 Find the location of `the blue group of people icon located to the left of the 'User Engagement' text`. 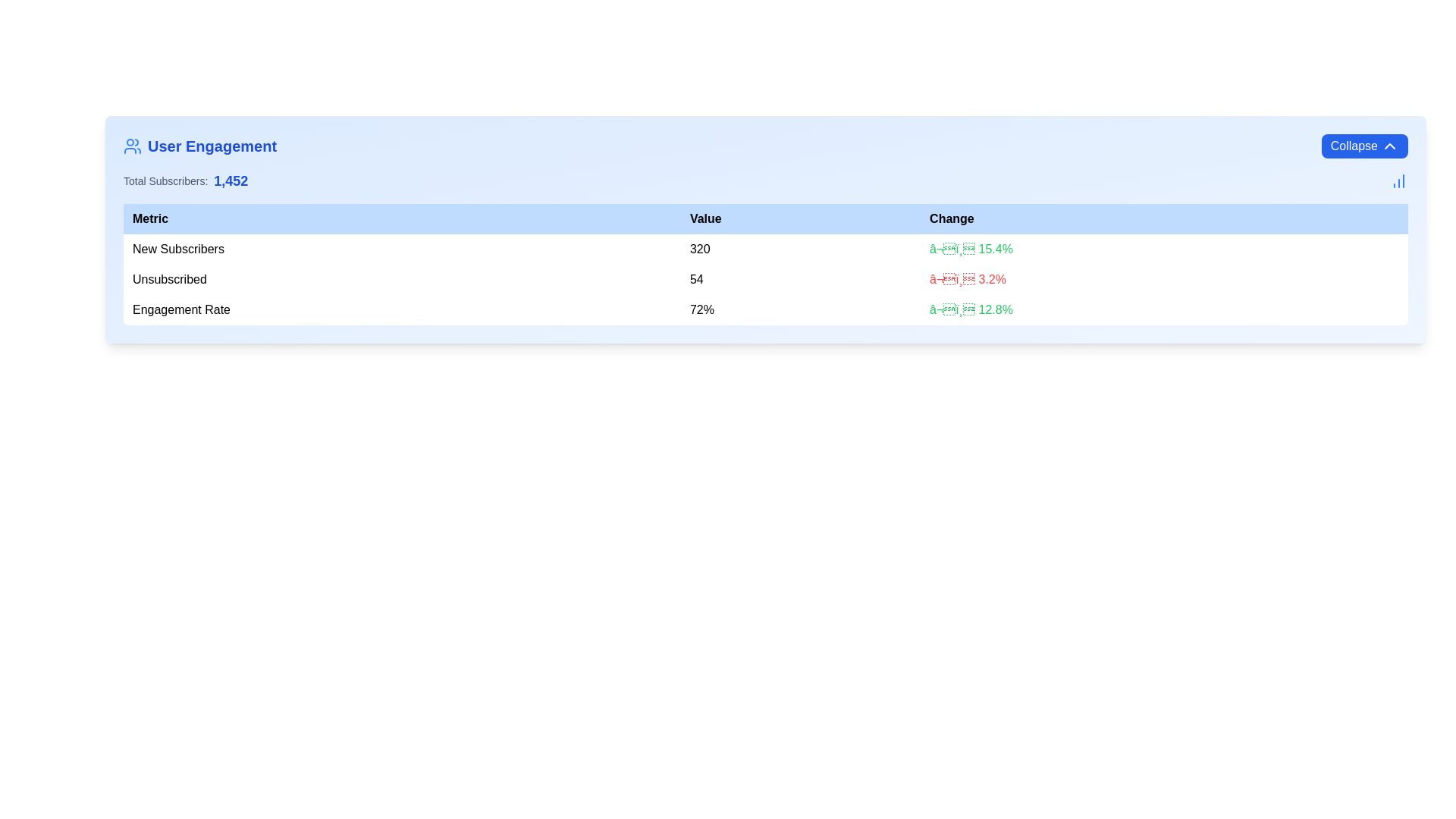

the blue group of people icon located to the left of the 'User Engagement' text is located at coordinates (132, 146).